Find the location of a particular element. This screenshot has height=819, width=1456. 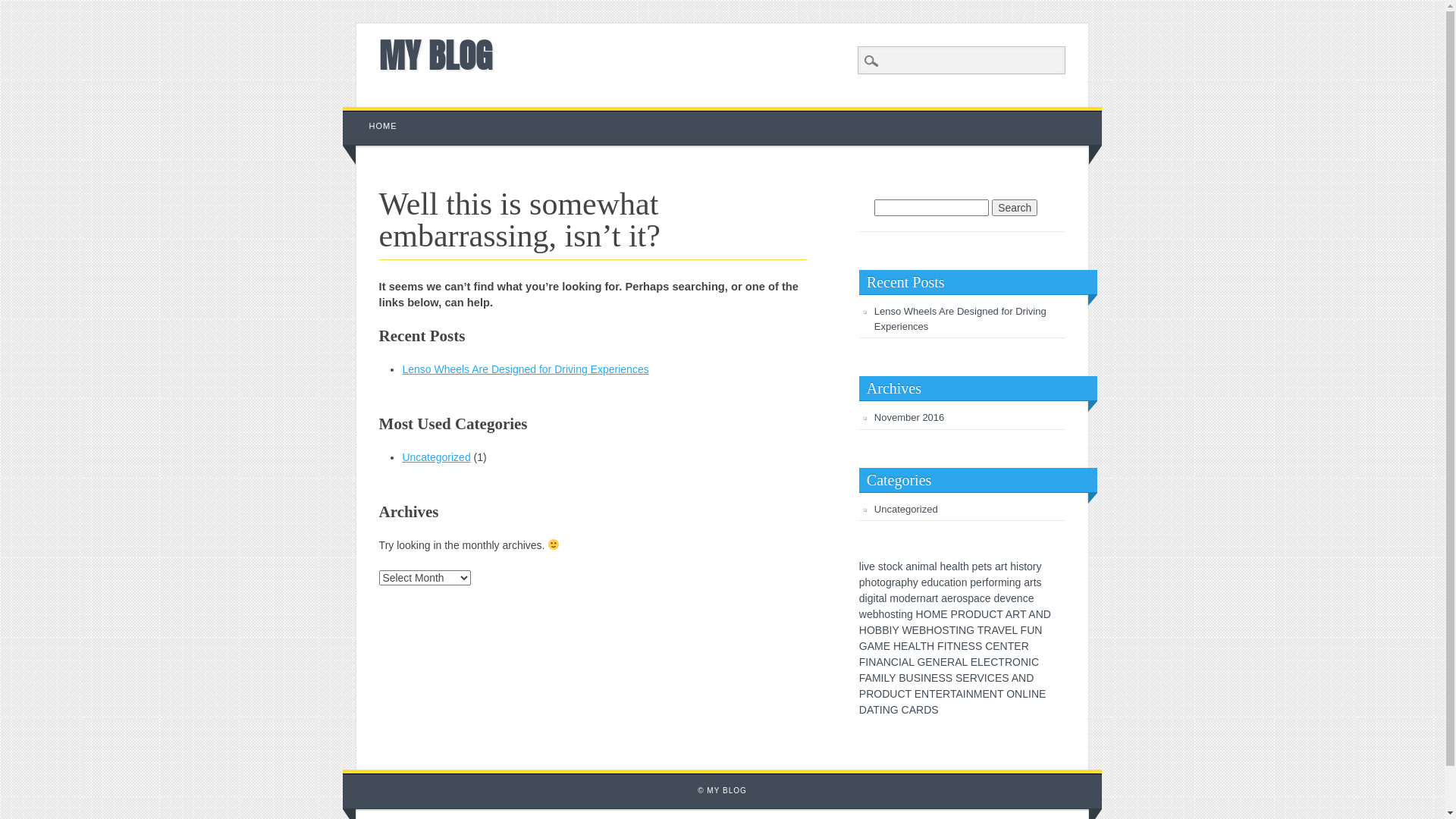

'a' is located at coordinates (946, 581).